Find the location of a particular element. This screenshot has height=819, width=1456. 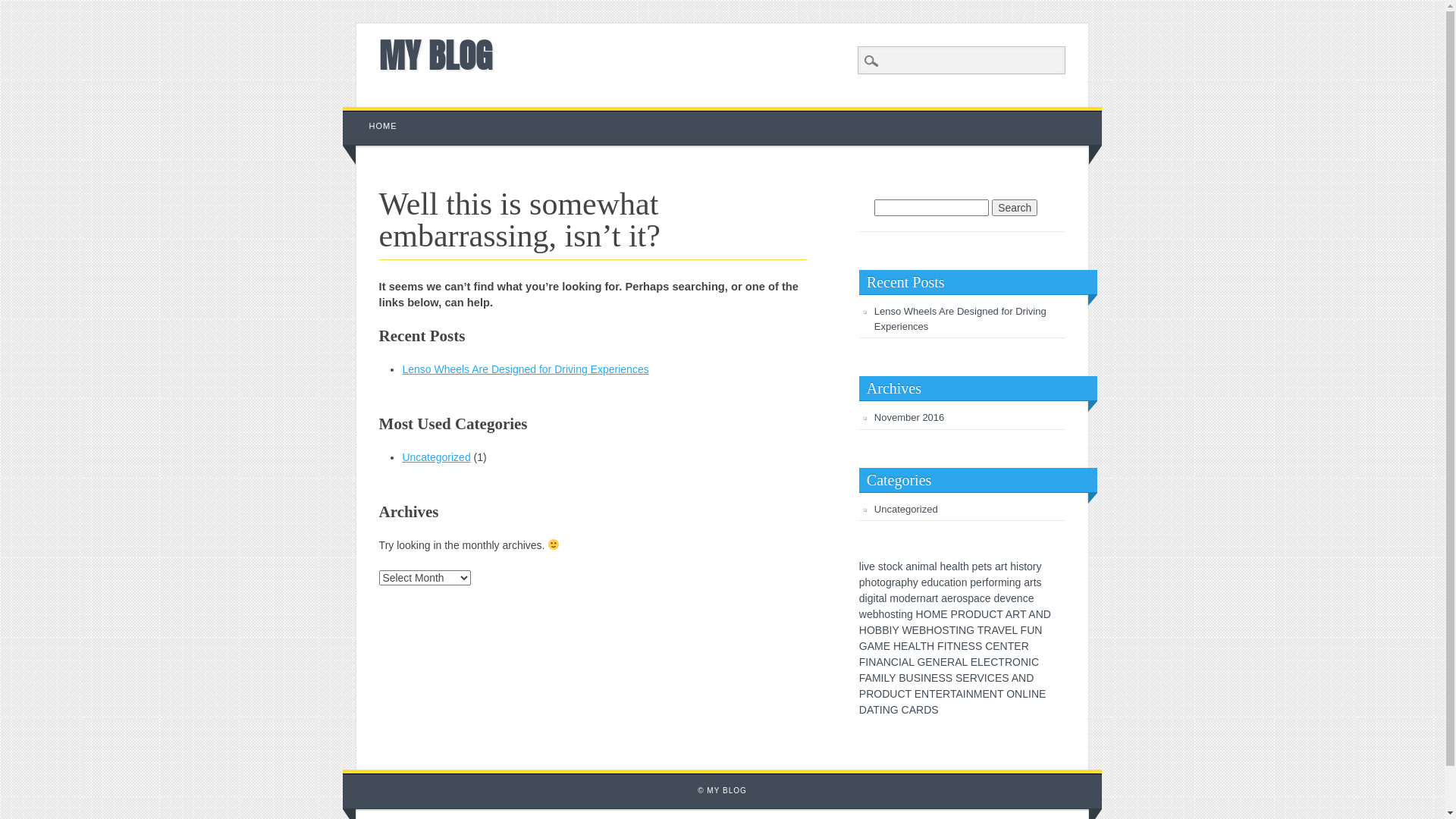

'a' is located at coordinates (946, 581).